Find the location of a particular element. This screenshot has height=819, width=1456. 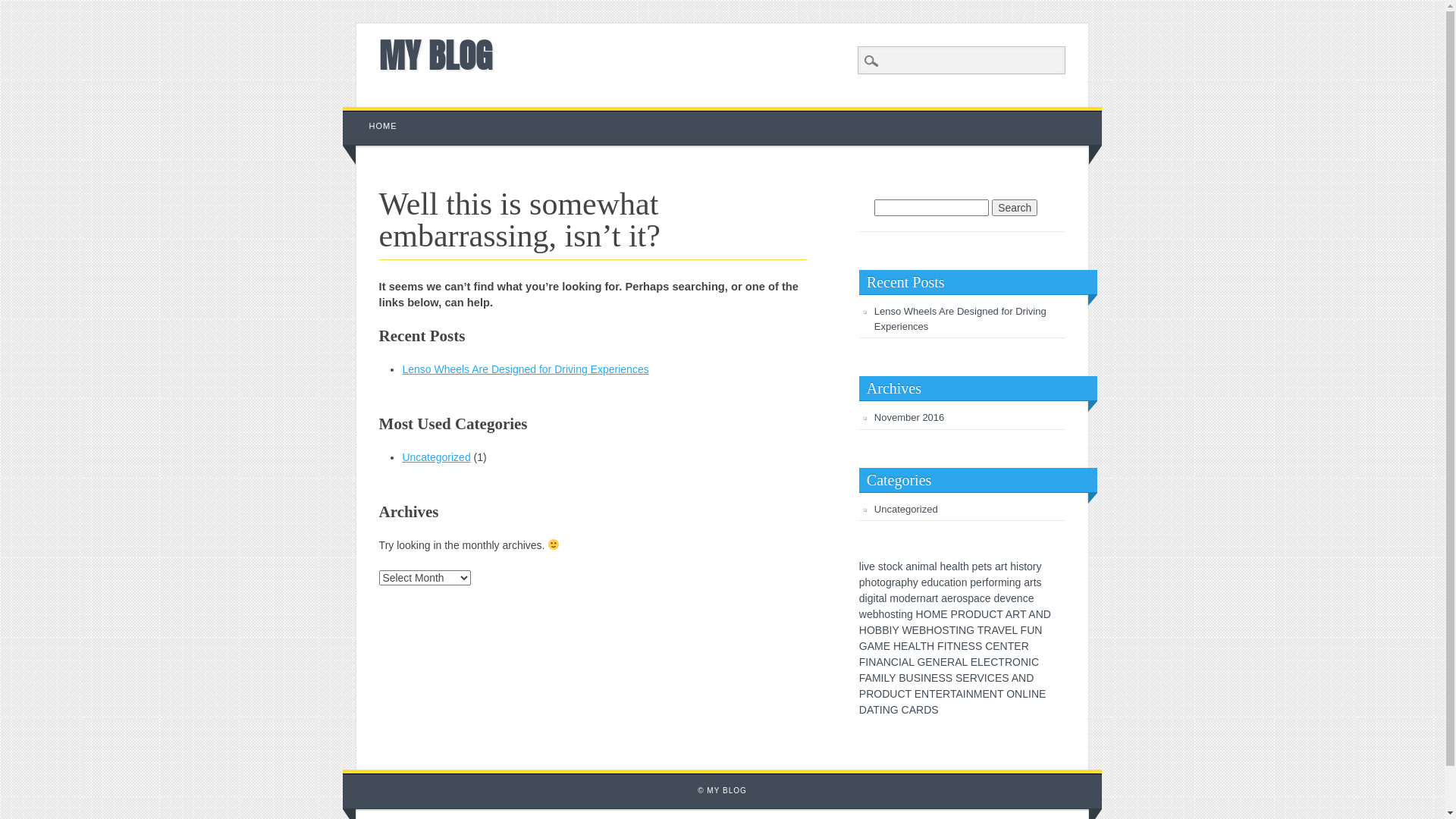

'a' is located at coordinates (946, 581).